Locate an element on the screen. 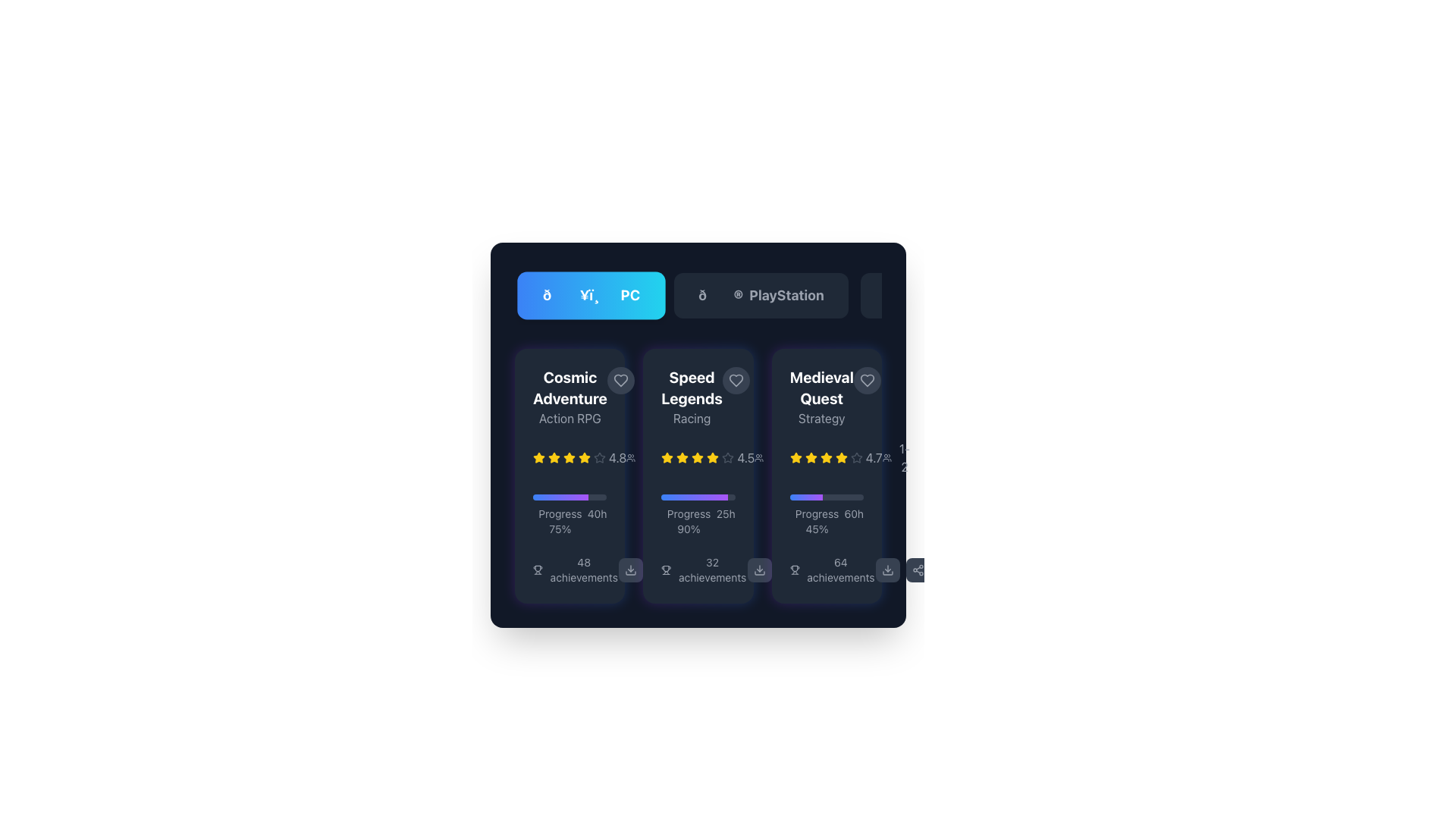 Image resolution: width=1456 pixels, height=819 pixels. the trophy icon, which is a minimalistic light gray outline next to the '32 achievements' label, located in the second column of the interface grid below the 'Speed Legends' card is located at coordinates (666, 570).